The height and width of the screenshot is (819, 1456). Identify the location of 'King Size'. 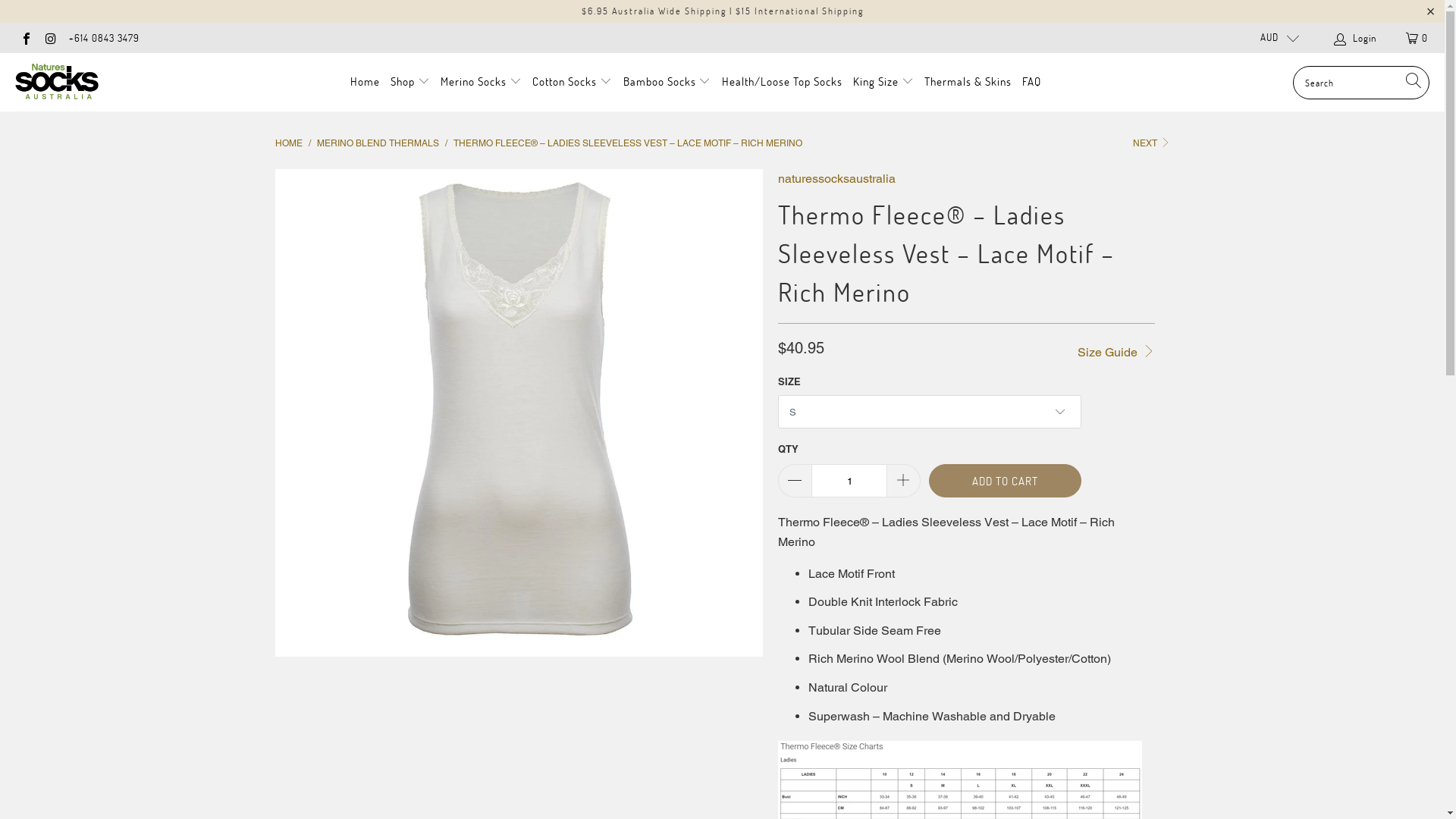
(883, 82).